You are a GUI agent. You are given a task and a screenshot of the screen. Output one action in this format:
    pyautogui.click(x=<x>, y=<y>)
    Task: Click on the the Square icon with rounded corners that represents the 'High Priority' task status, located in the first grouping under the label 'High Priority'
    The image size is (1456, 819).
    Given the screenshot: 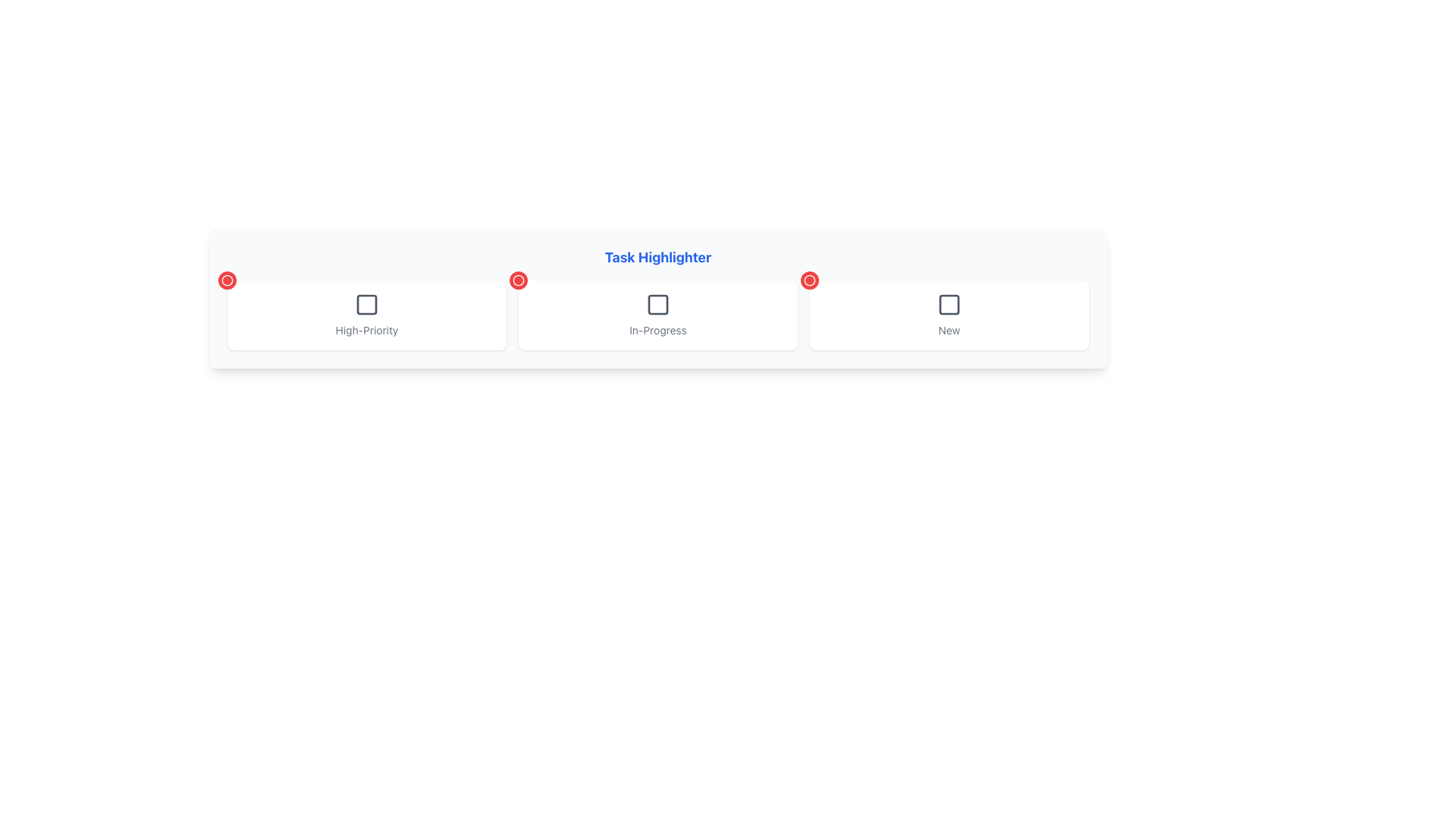 What is the action you would take?
    pyautogui.click(x=367, y=304)
    